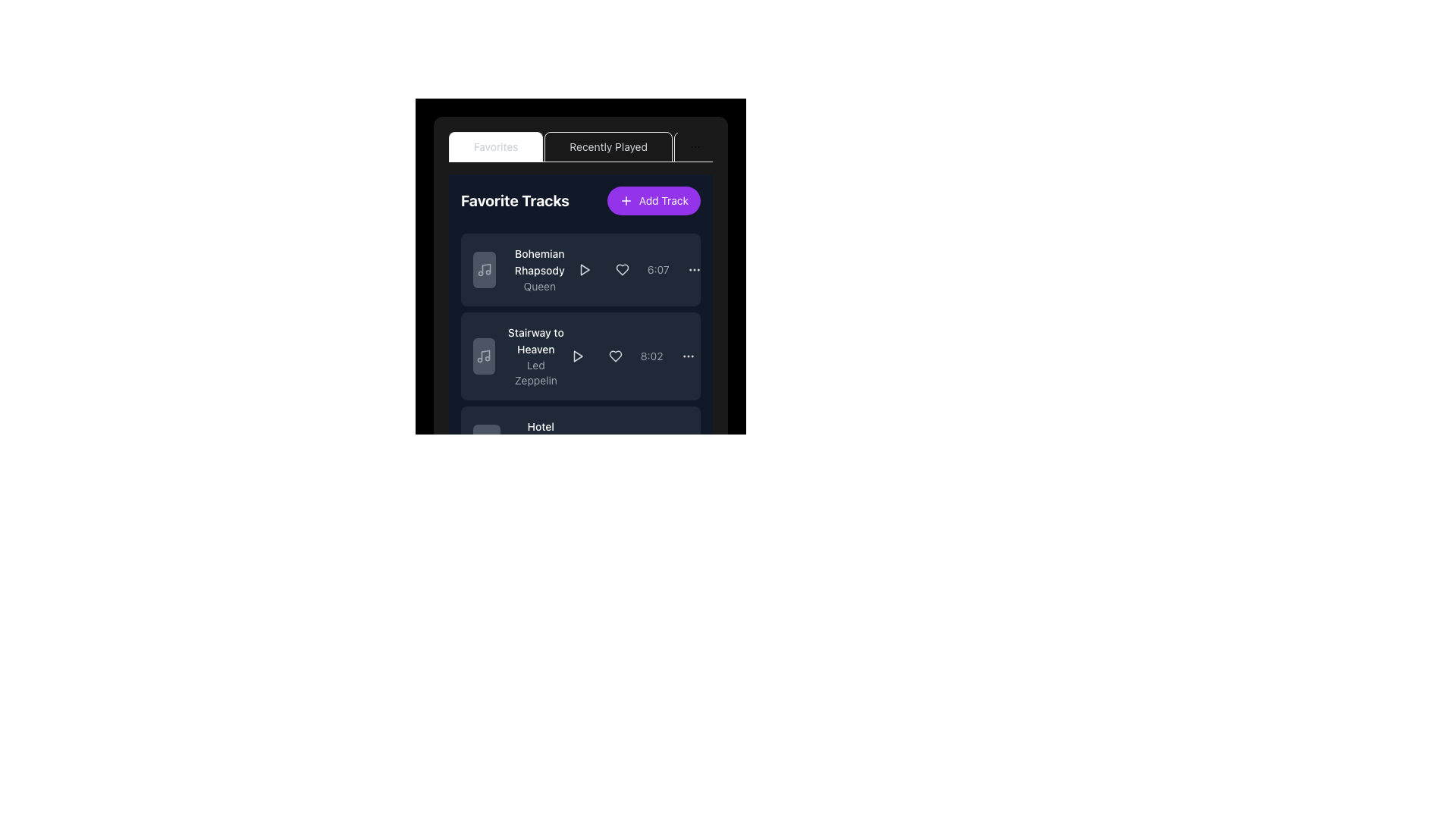  What do you see at coordinates (622, 268) in the screenshot?
I see `the heart-shaped vector icon located to the right of the 'Bohemian Rhapsody' track title` at bounding box center [622, 268].